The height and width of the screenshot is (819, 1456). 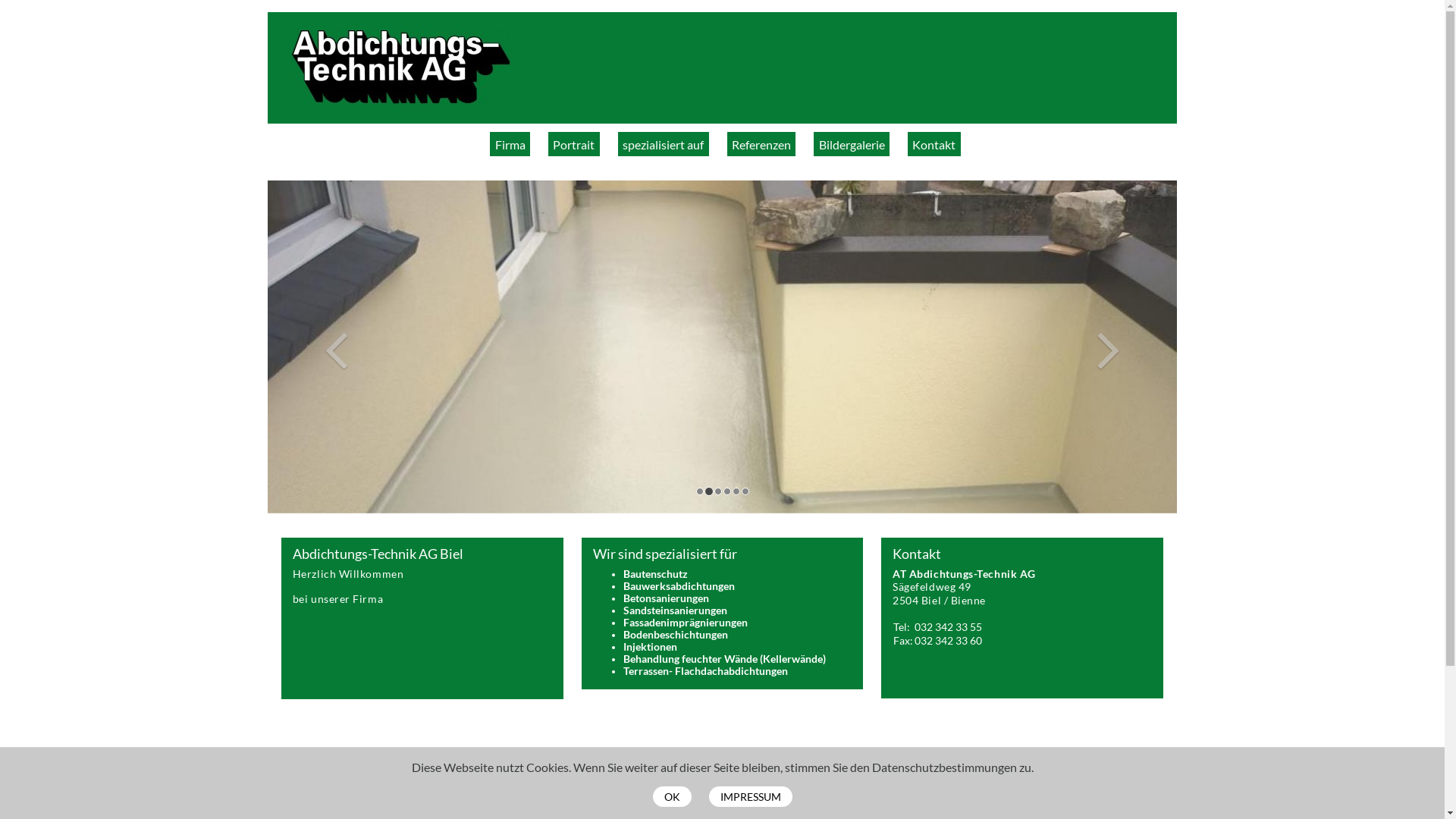 What do you see at coordinates (670, 795) in the screenshot?
I see `'OK'` at bounding box center [670, 795].